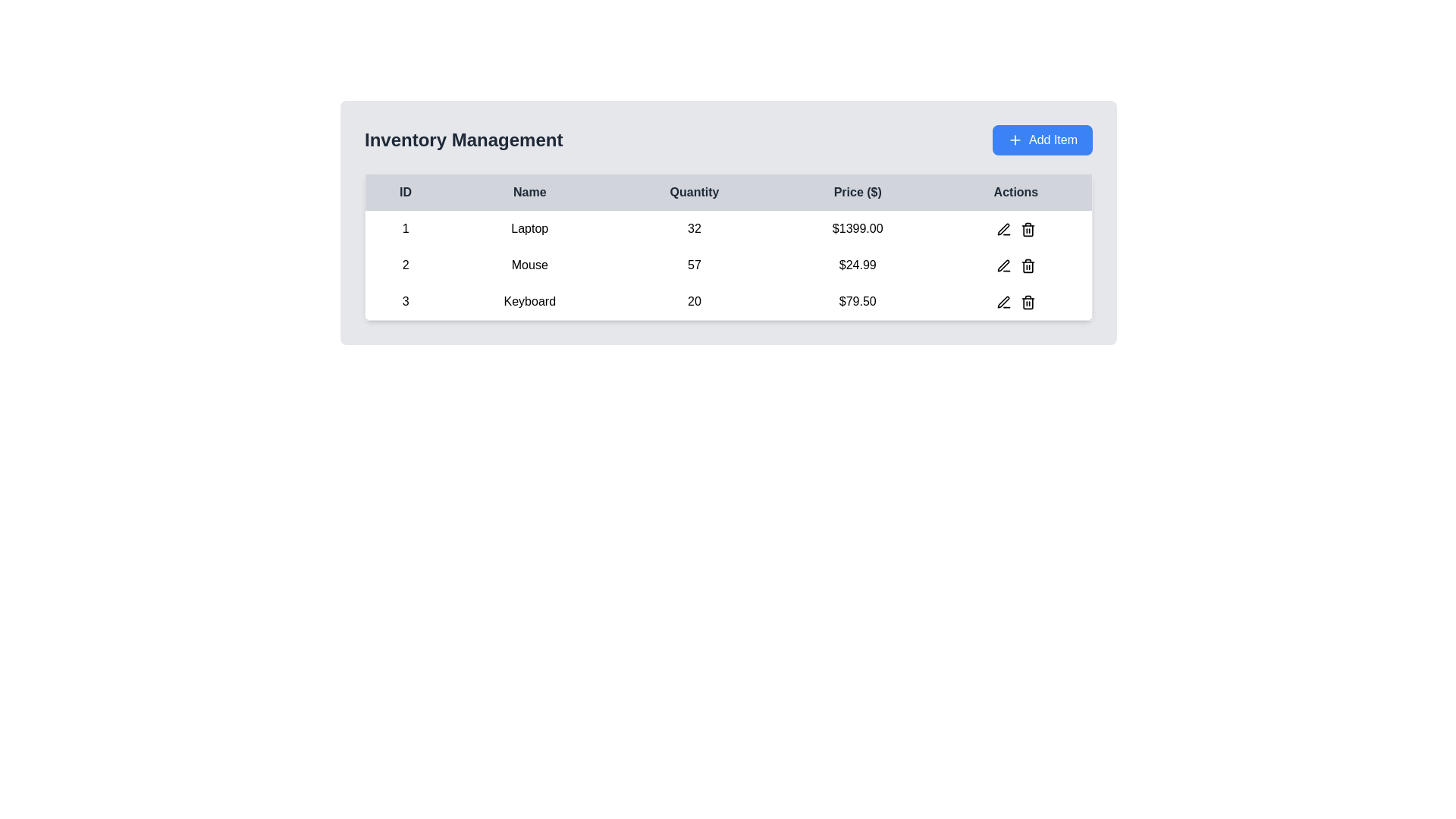 The width and height of the screenshot is (1456, 819). I want to click on the static text label displaying the price '$1399.00' for the item 'Laptop', located under the column labeled 'Price ($)', so click(858, 228).